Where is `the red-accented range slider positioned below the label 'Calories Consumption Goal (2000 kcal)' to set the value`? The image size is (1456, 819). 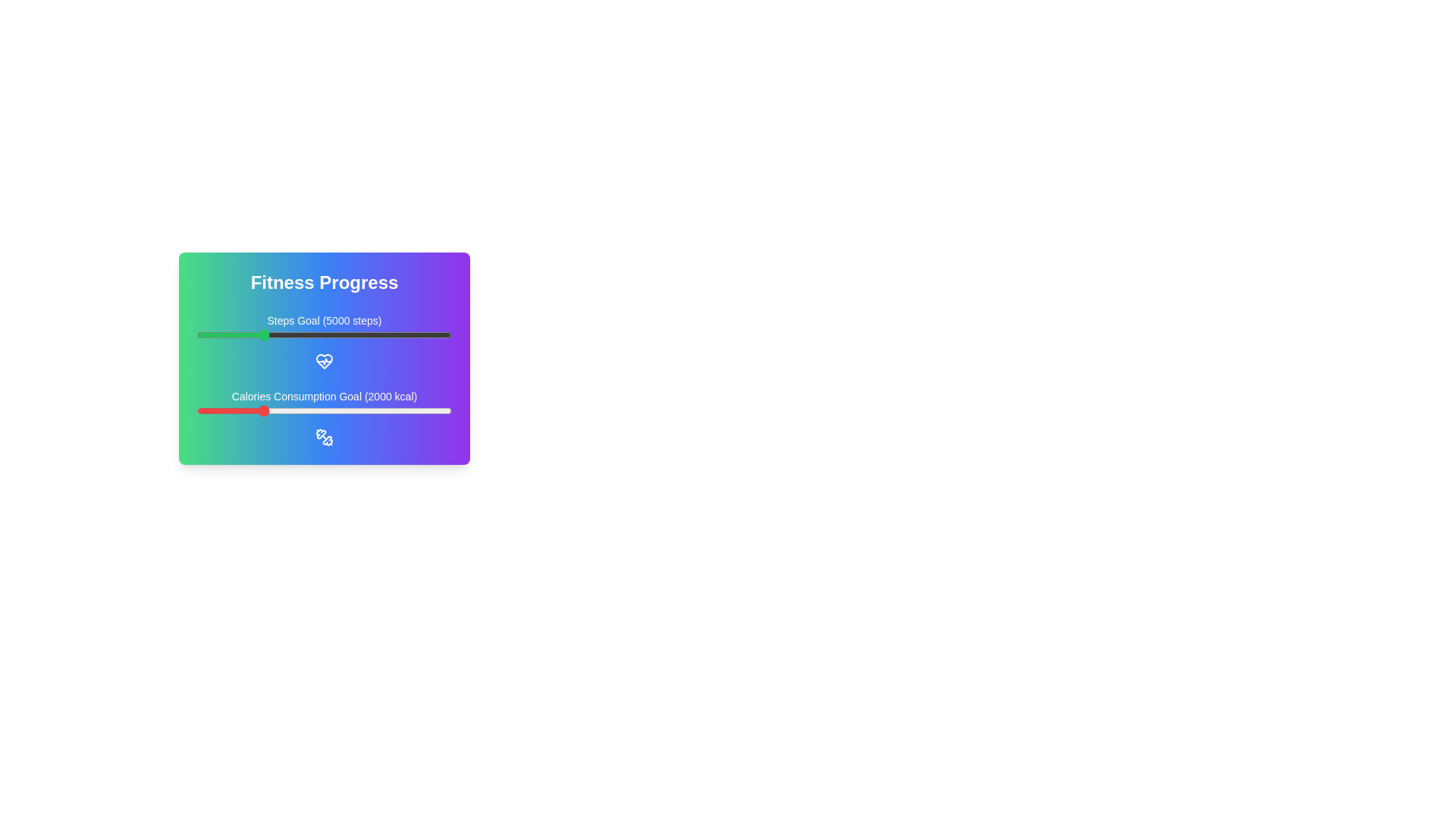
the red-accented range slider positioned below the label 'Calories Consumption Goal (2000 kcal)' to set the value is located at coordinates (323, 411).